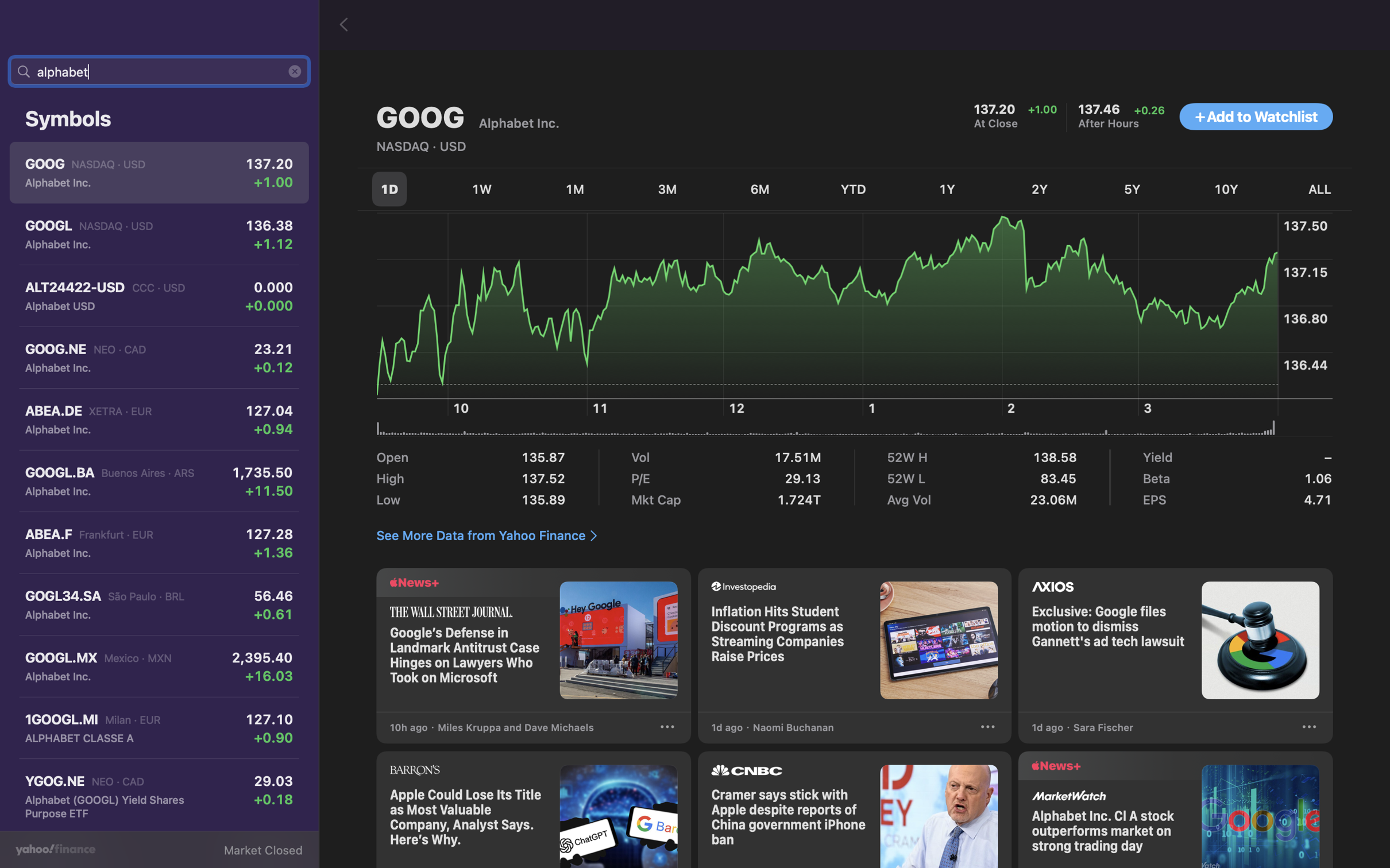 The width and height of the screenshot is (1390, 868). Describe the element at coordinates (1256, 117) in the screenshot. I see `Add multiple stocks to watchlist` at that location.